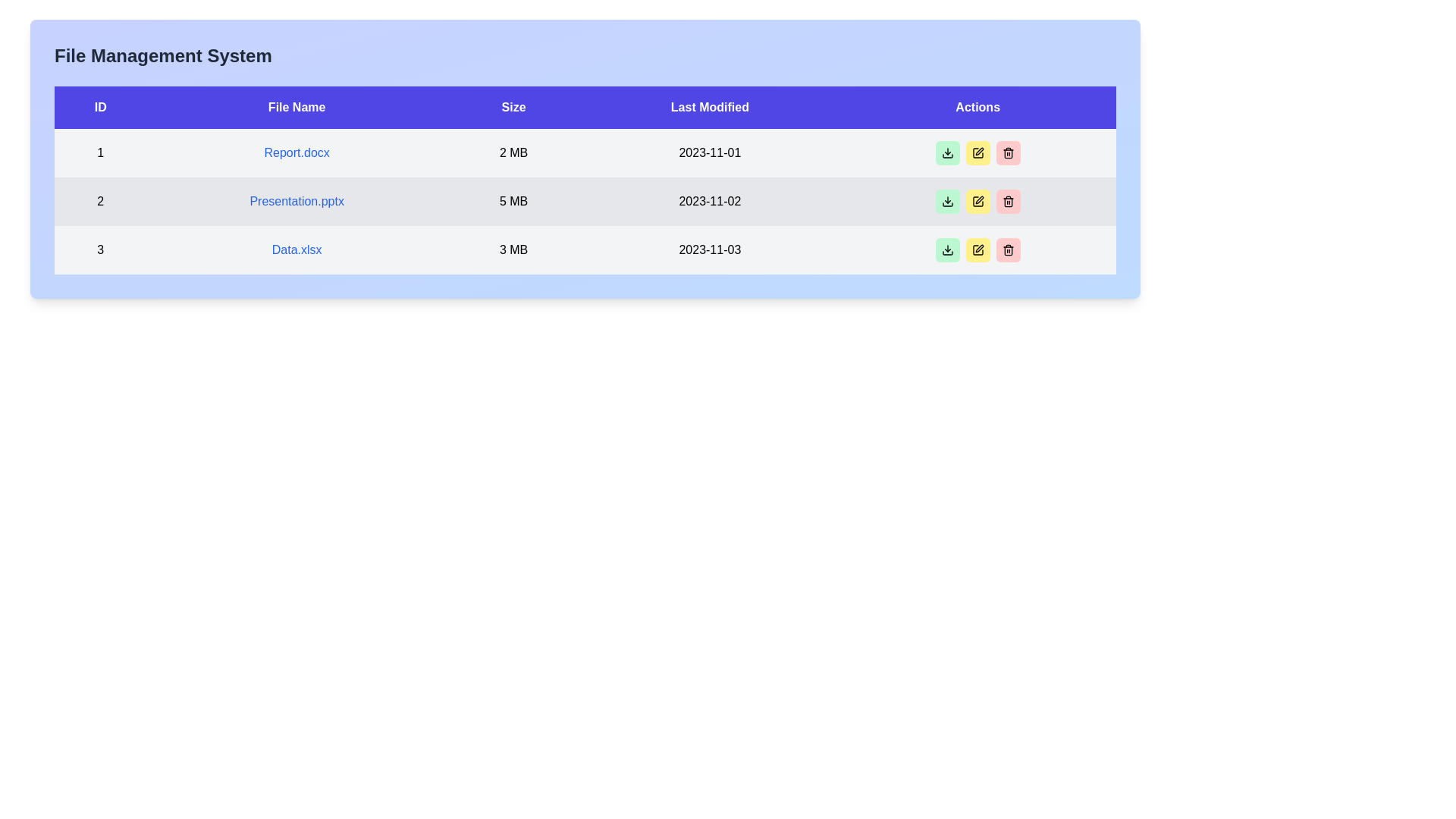 Image resolution: width=1456 pixels, height=819 pixels. I want to click on the third row of the table containing file details, which includes ID, file name, size, last modified date, and actions, so click(585, 249).